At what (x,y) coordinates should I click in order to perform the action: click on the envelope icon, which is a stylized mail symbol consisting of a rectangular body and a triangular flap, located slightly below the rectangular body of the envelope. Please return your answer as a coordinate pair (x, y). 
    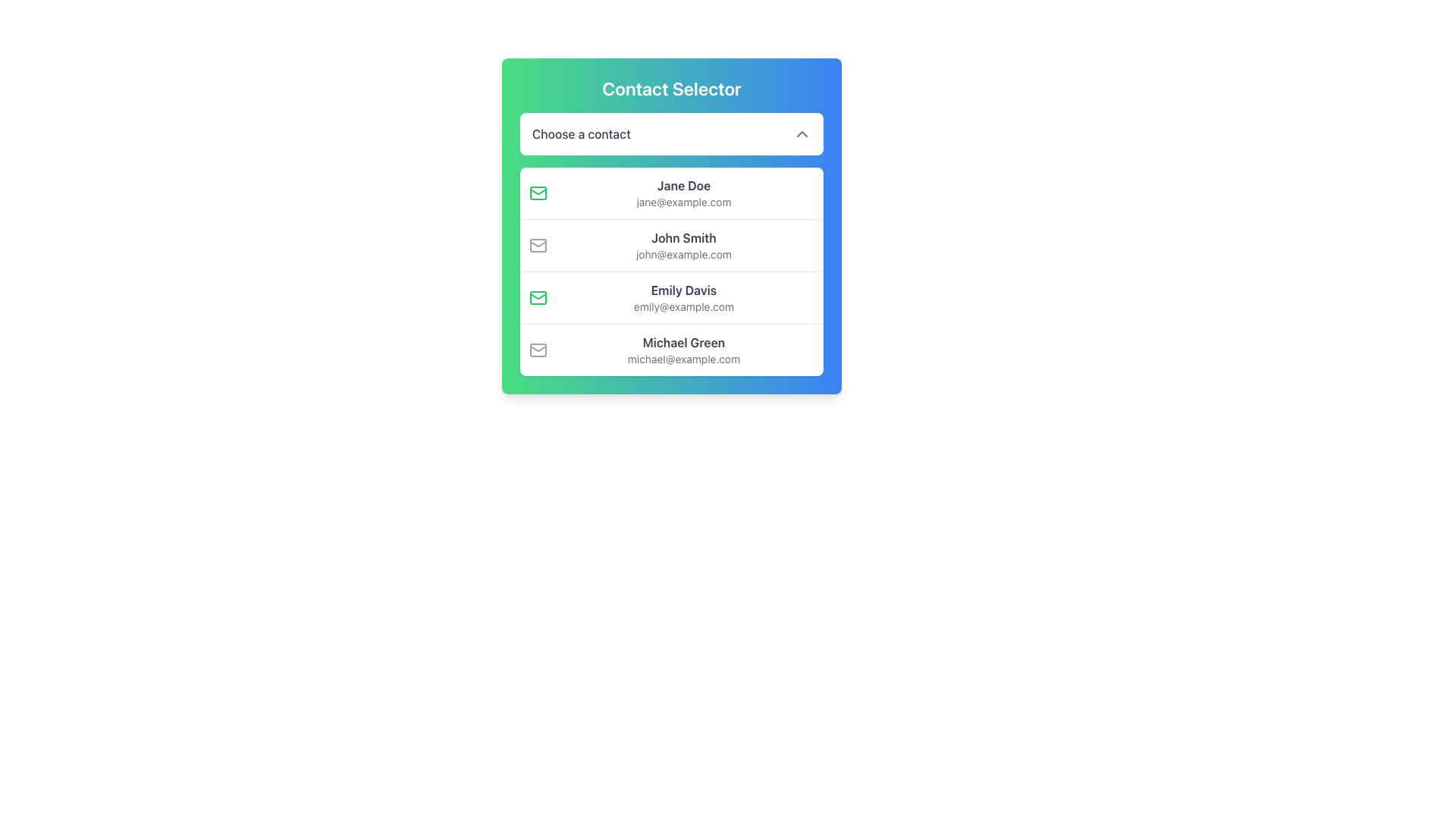
    Looking at the image, I should click on (538, 348).